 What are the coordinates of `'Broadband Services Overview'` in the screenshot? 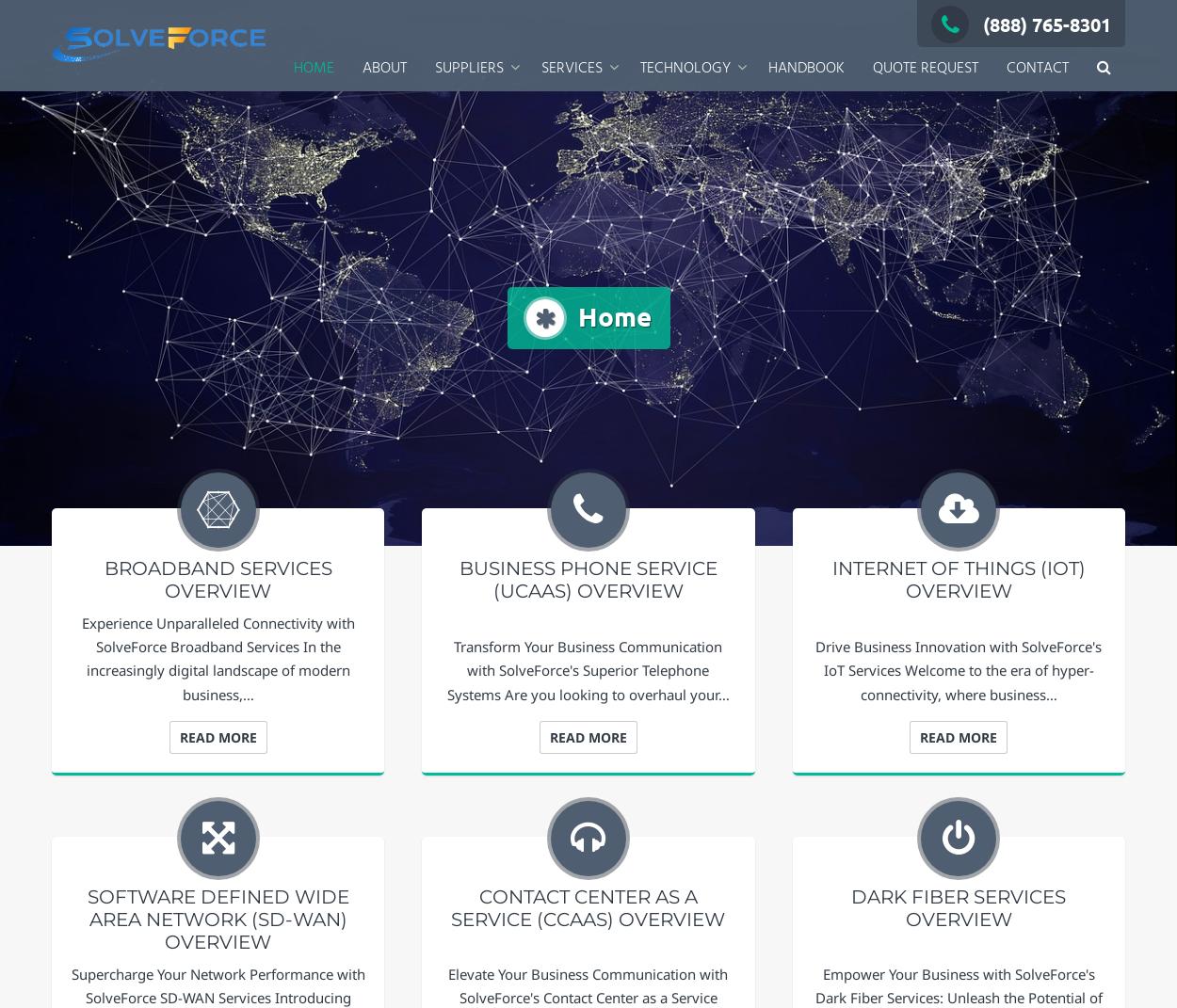 It's located at (217, 579).